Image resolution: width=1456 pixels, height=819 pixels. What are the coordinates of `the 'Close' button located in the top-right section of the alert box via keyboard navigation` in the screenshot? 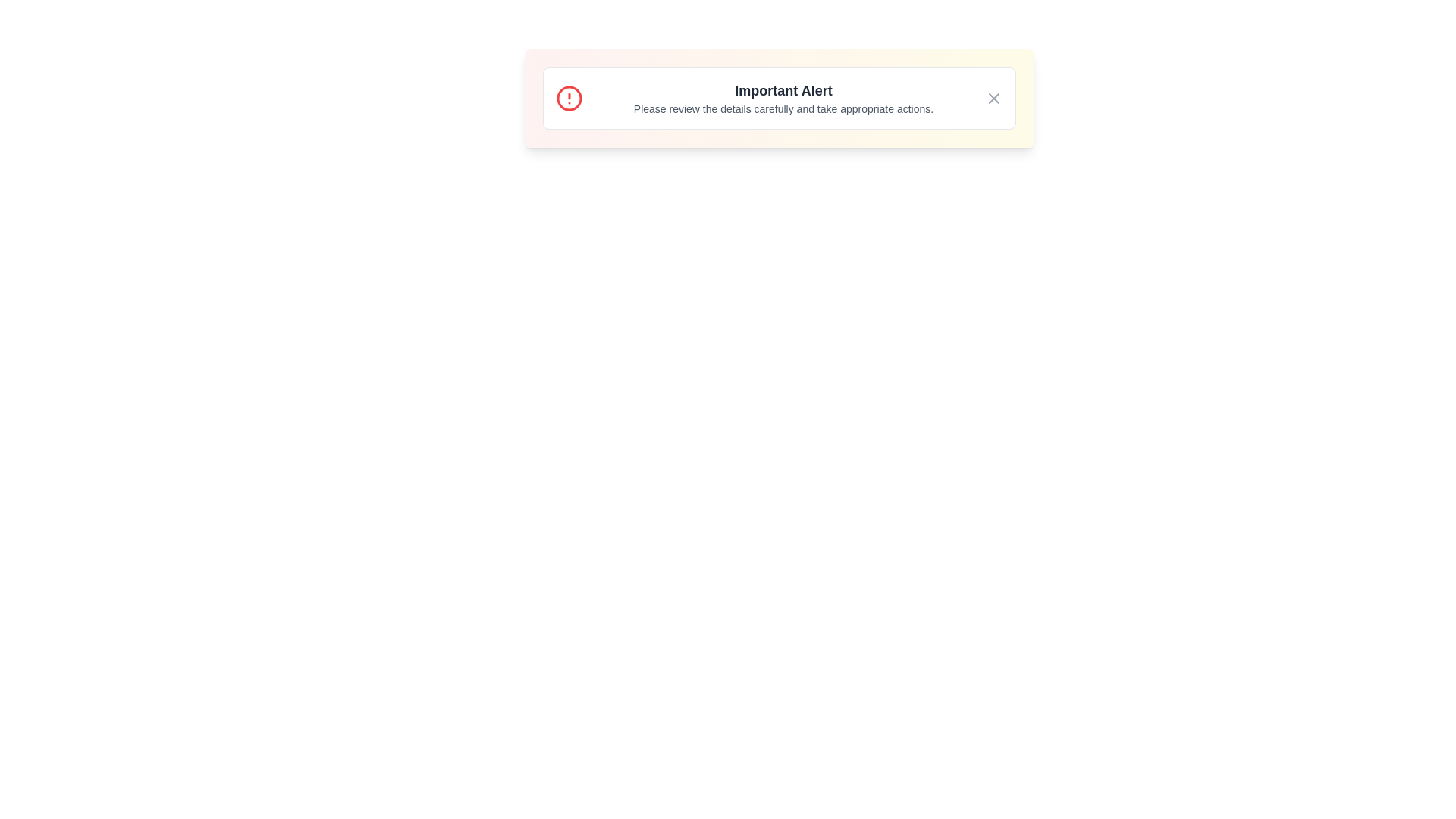 It's located at (993, 99).